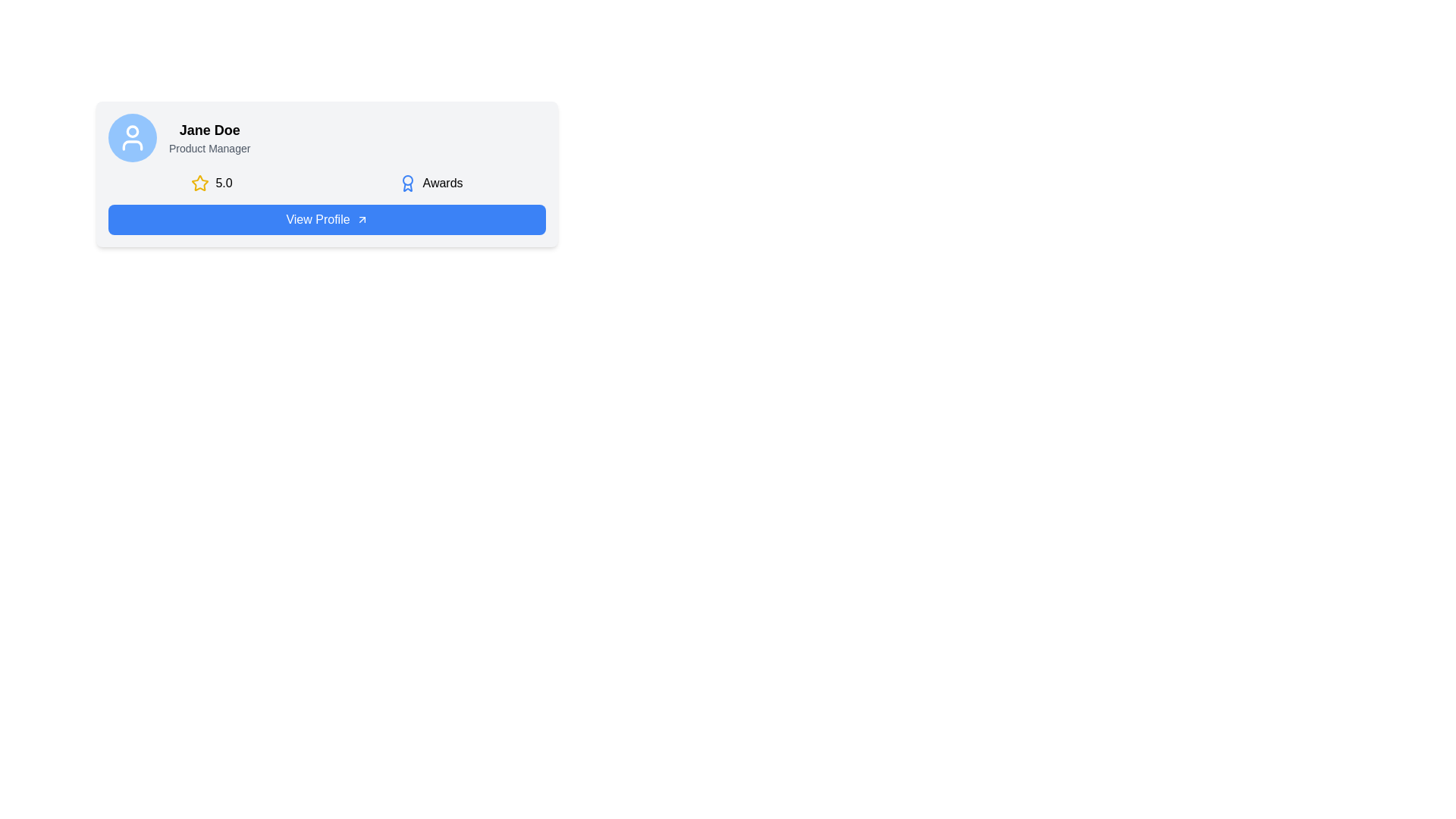  What do you see at coordinates (132, 146) in the screenshot?
I see `the user profile icon, specifically the lower part of the icon component inside the circular avatar, located at the top left corner of the user profile section` at bounding box center [132, 146].